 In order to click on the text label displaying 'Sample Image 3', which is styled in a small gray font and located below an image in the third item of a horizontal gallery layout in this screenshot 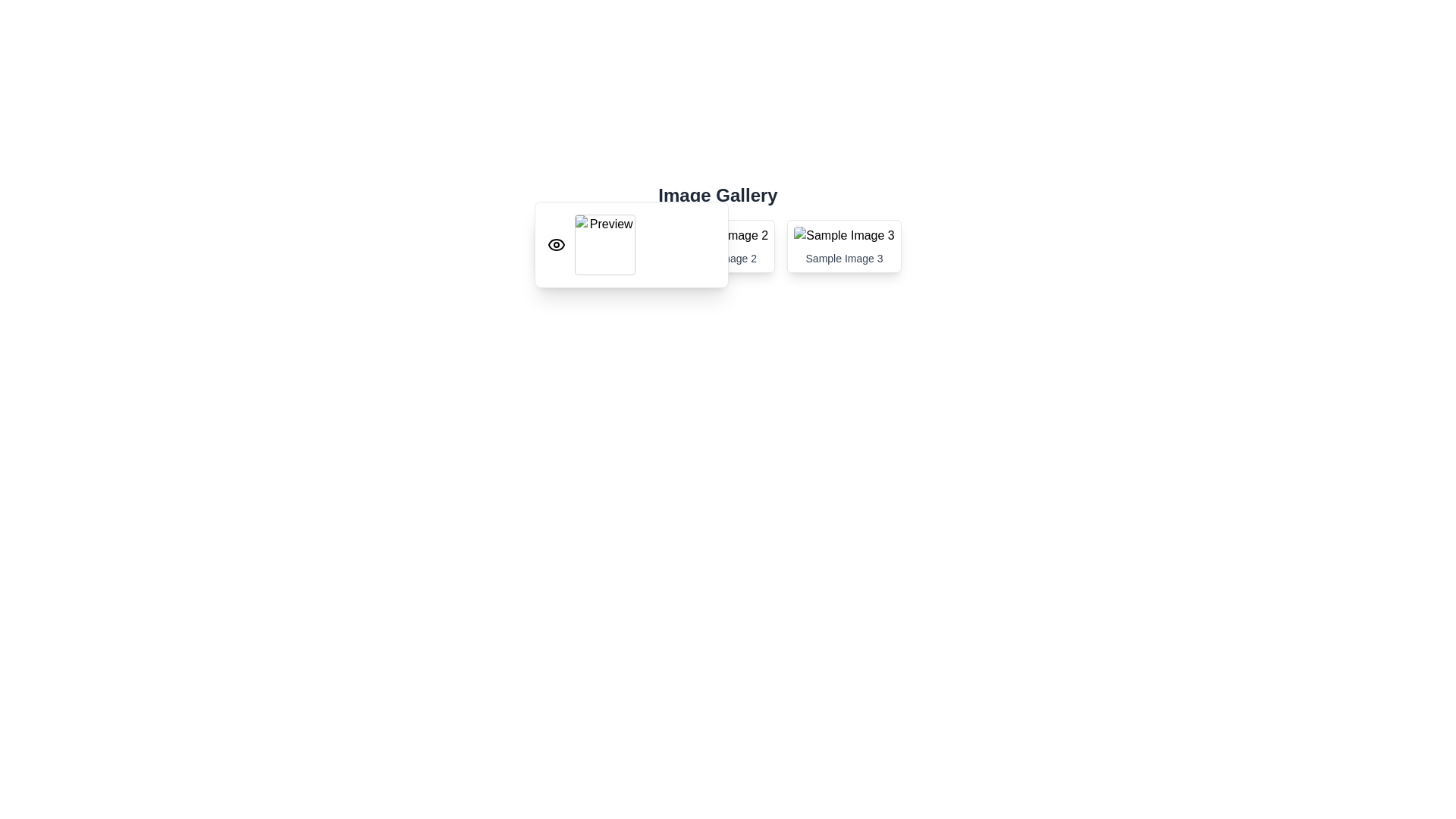, I will do `click(843, 257)`.